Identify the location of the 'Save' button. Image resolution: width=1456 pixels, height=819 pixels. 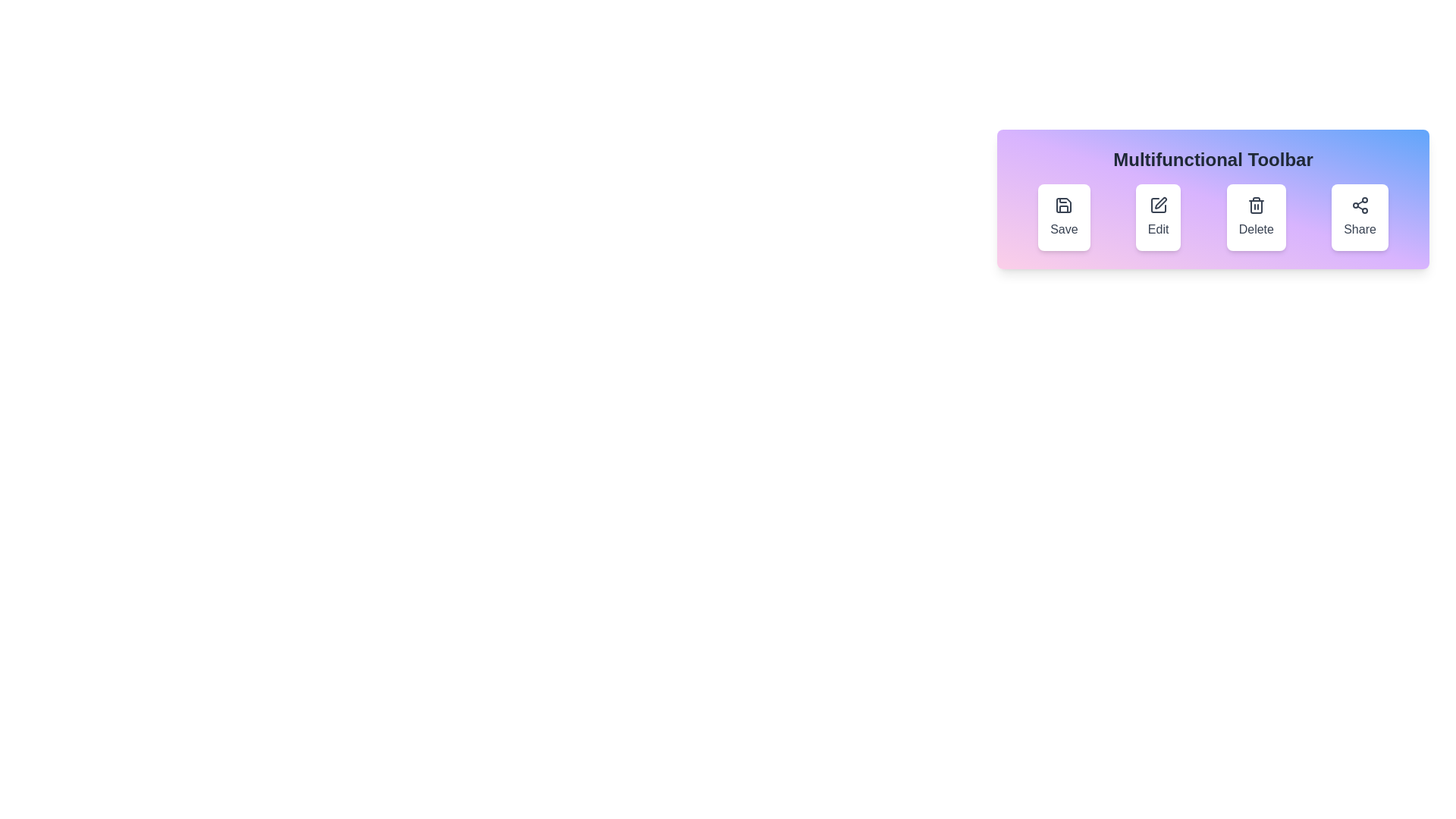
(1063, 205).